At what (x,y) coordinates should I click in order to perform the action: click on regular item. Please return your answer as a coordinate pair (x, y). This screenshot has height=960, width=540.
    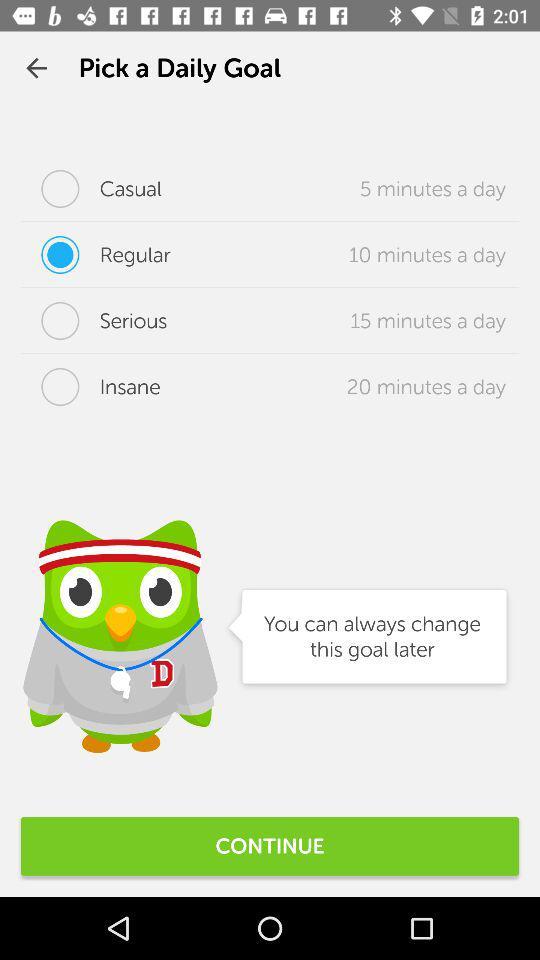
    Looking at the image, I should click on (94, 253).